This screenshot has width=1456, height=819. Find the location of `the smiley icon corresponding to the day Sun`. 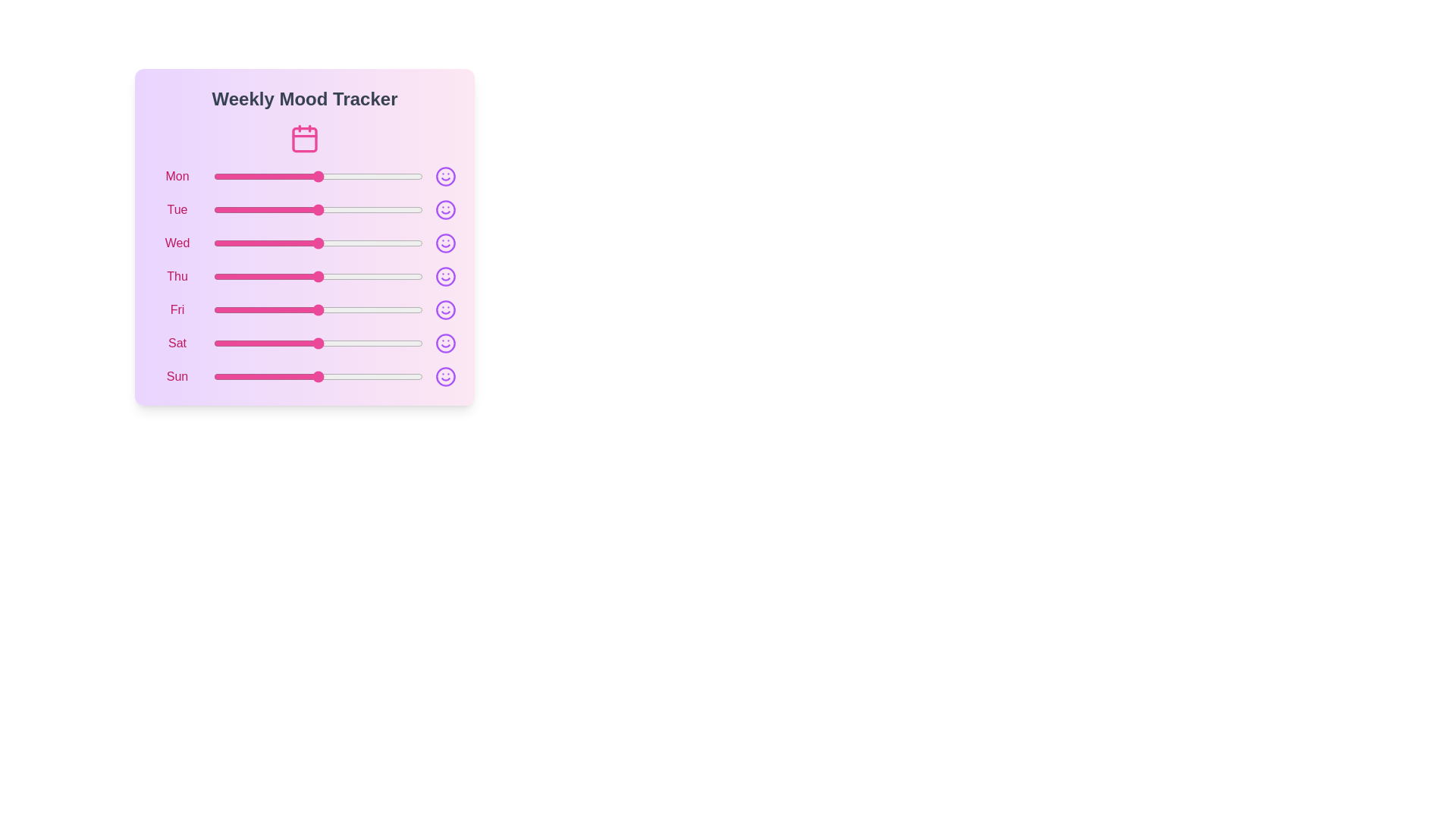

the smiley icon corresponding to the day Sun is located at coordinates (445, 376).